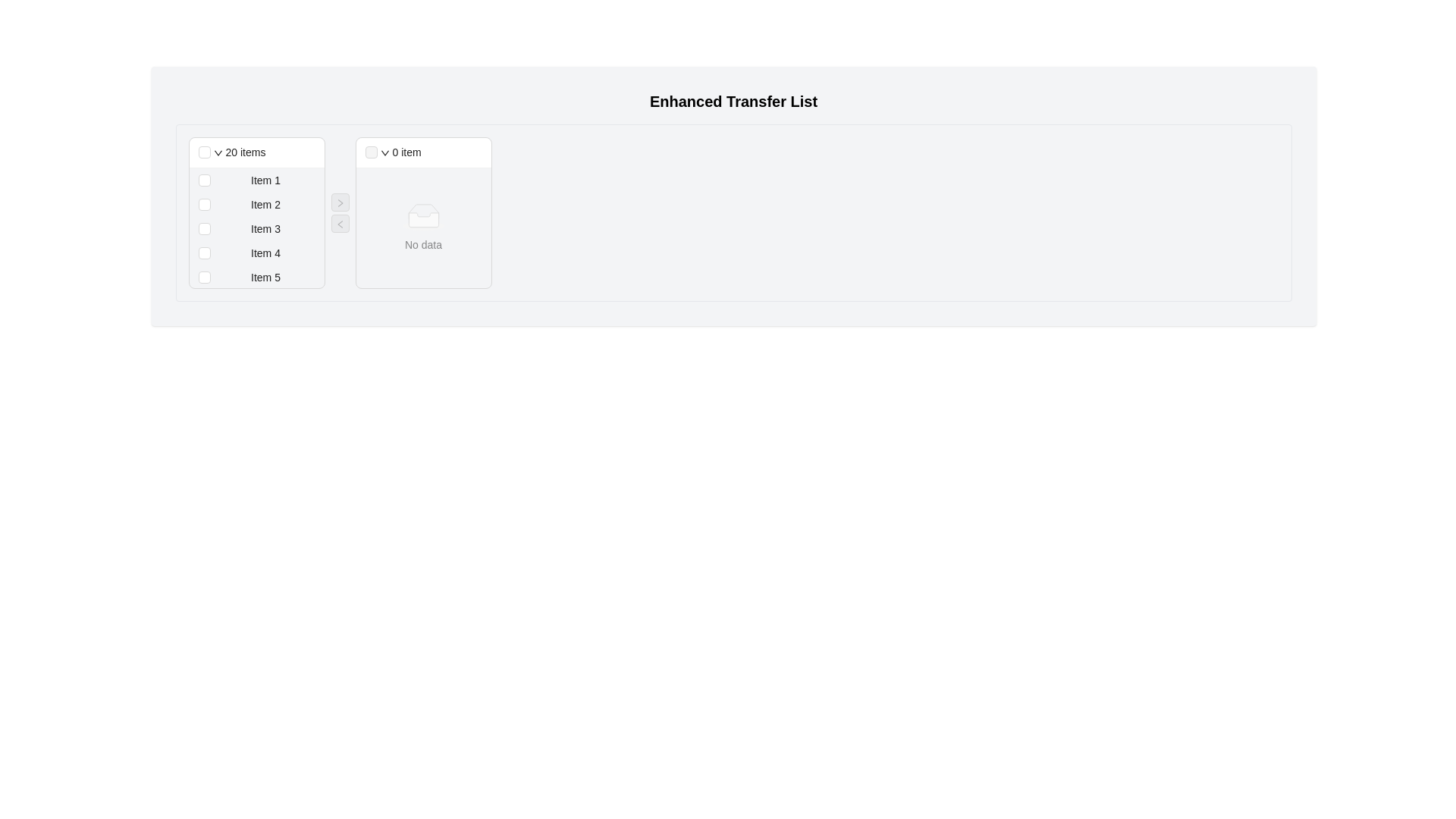  I want to click on the disabled checkbox located near the top-left corner of the right-hand panel in the transfer list interface, which is styled in light gray to signify its inactive state, so click(371, 152).